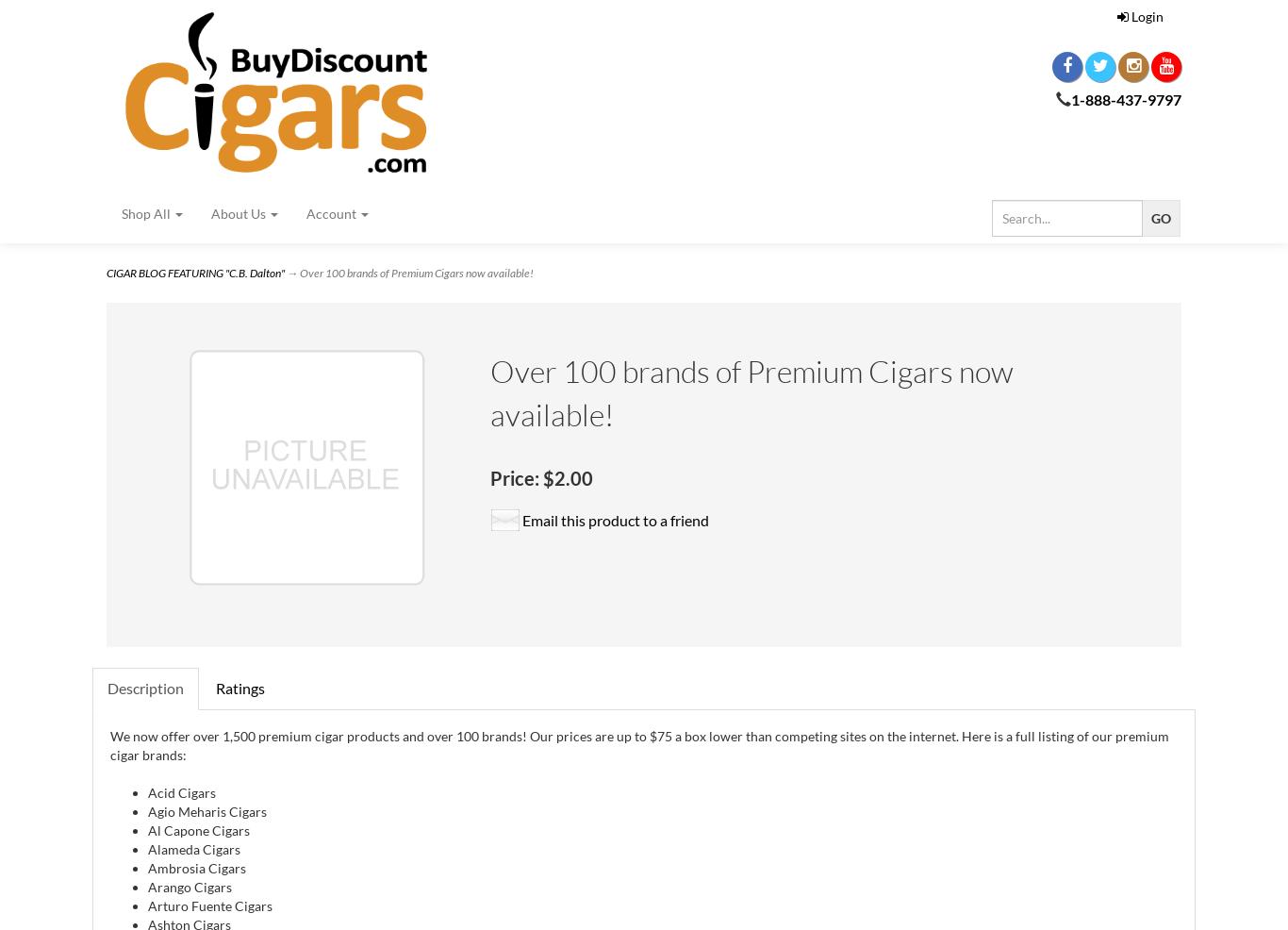 The height and width of the screenshot is (930, 1288). I want to click on 'Shop All', so click(146, 212).